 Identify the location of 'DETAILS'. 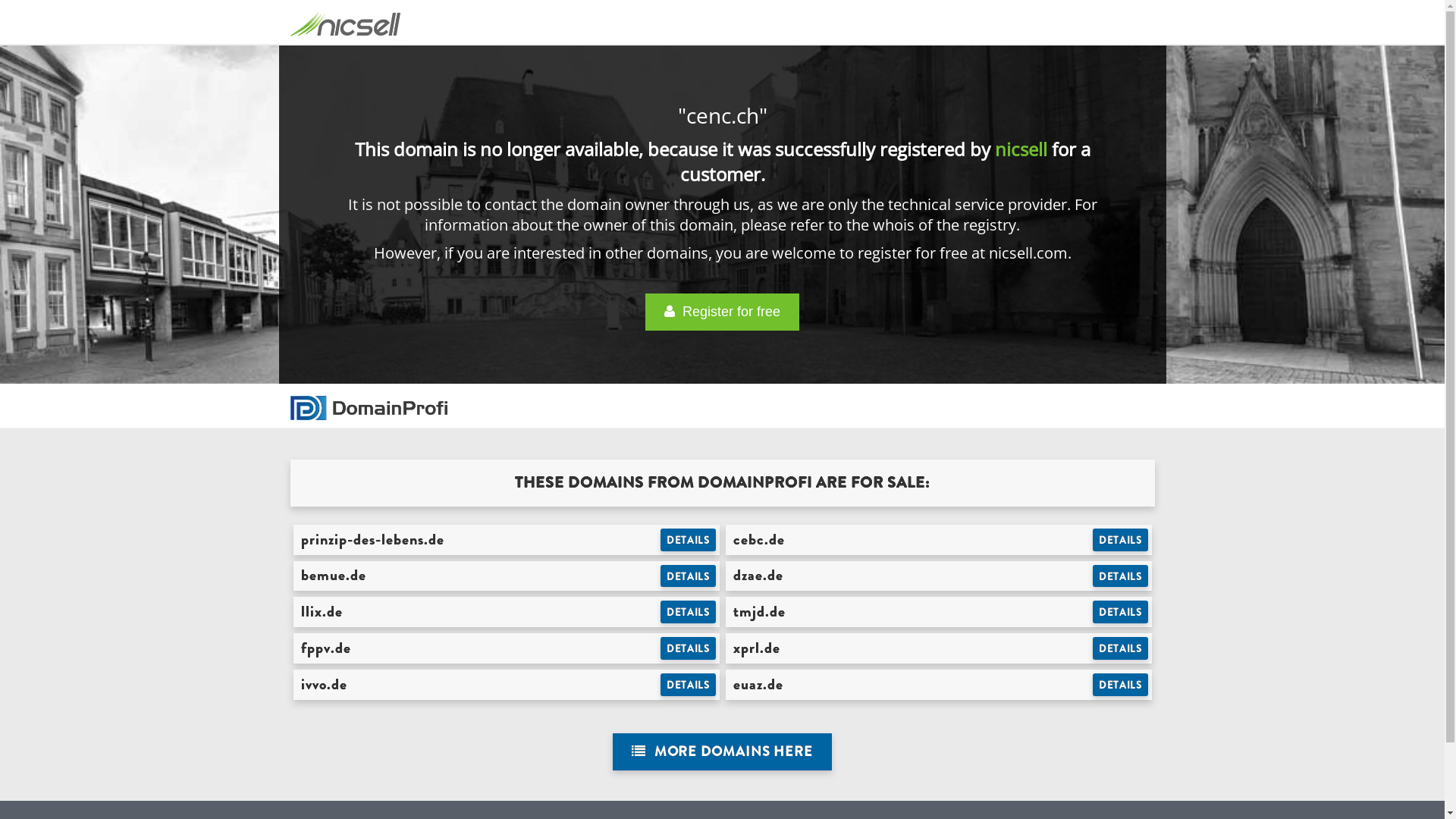
(1120, 539).